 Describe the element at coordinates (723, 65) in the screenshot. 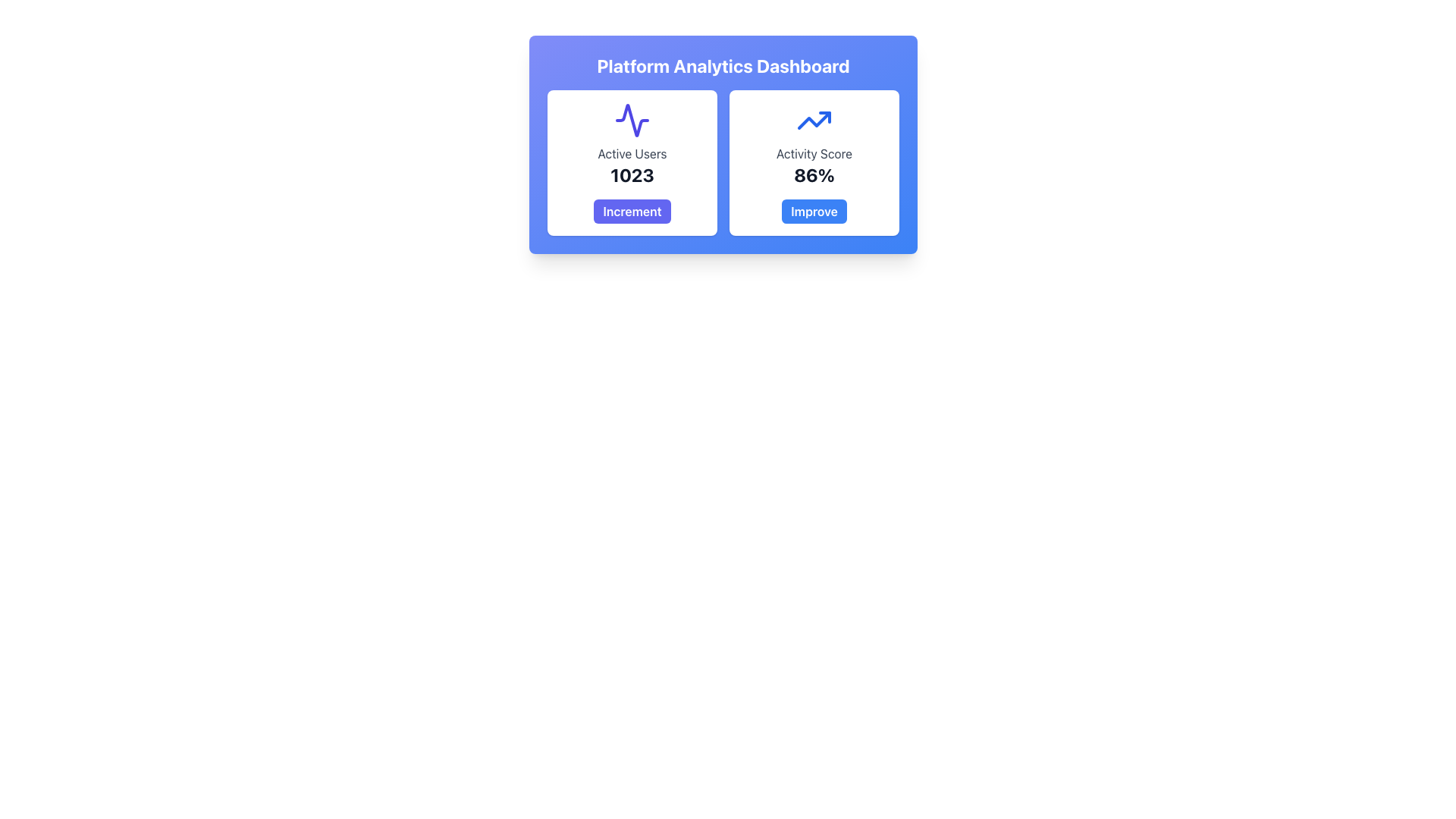

I see `the text heading displaying 'Platform Analytics Dashboard' in bold, large white text located at the top of the centered card` at that location.